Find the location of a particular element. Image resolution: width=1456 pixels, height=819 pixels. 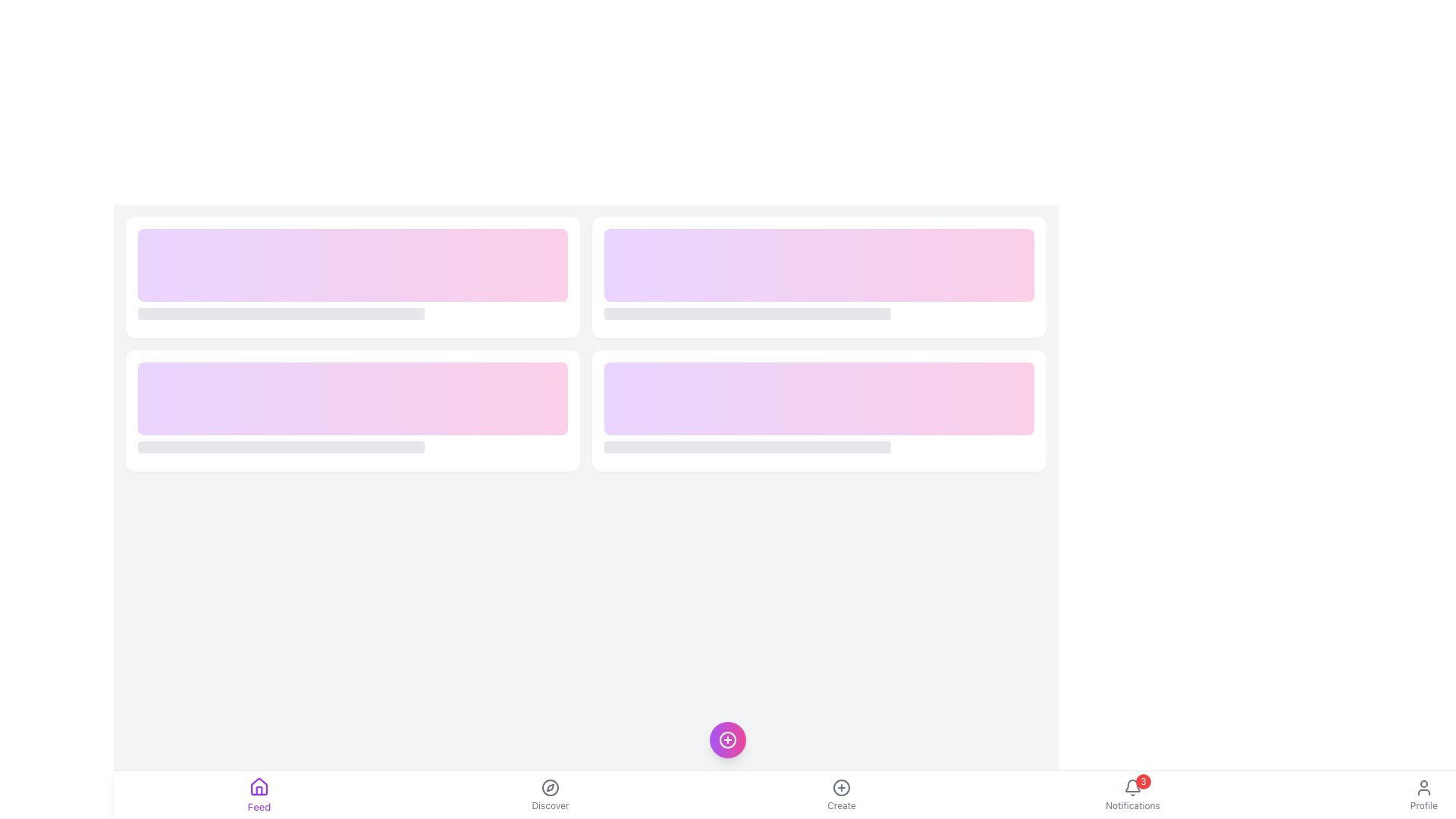

the circular SVG graphic that signifies creation or addition, located in the lower center of the interface for interaction hints is located at coordinates (840, 786).